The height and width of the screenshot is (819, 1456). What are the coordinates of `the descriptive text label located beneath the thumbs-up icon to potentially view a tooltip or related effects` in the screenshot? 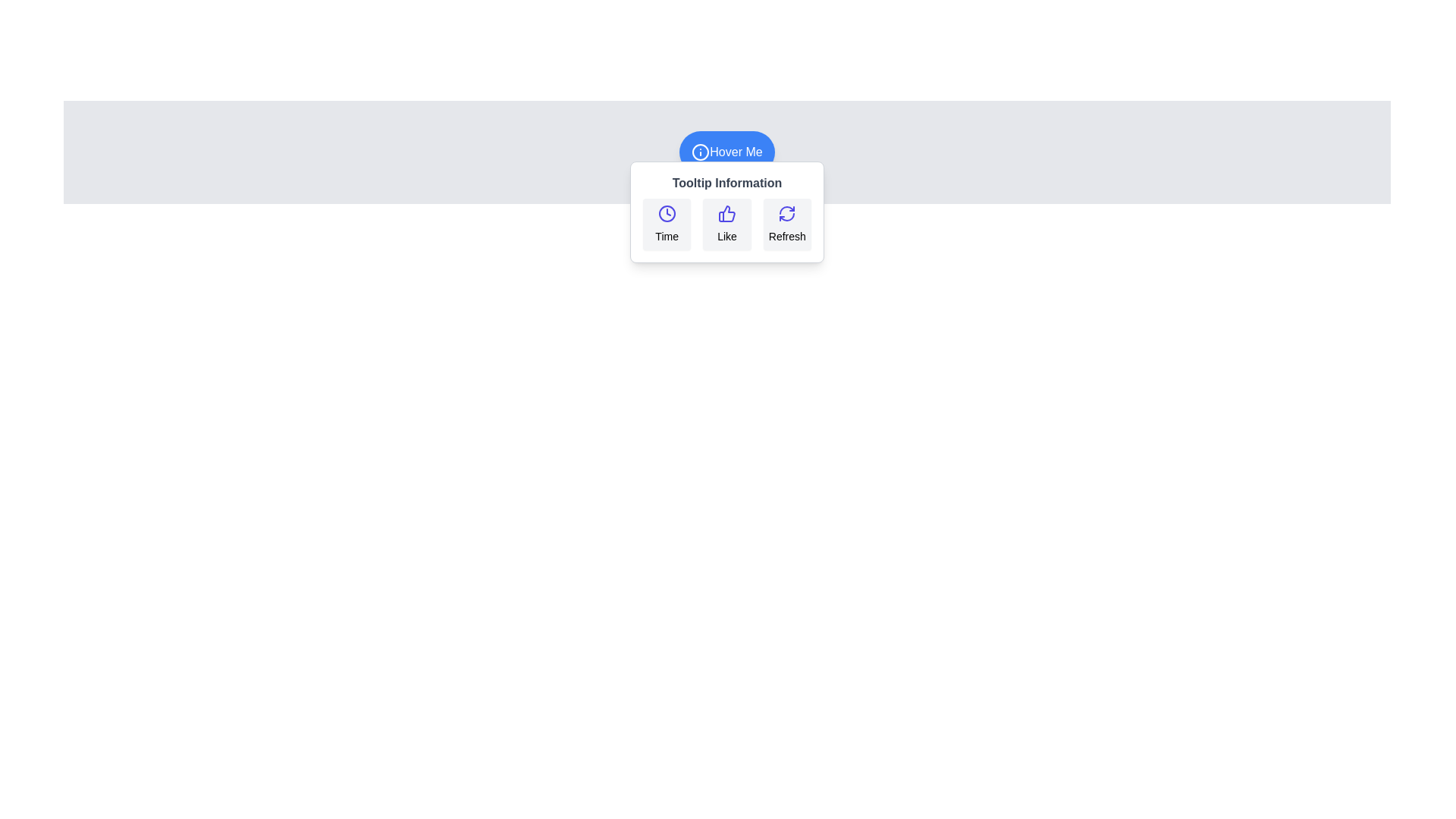 It's located at (726, 237).